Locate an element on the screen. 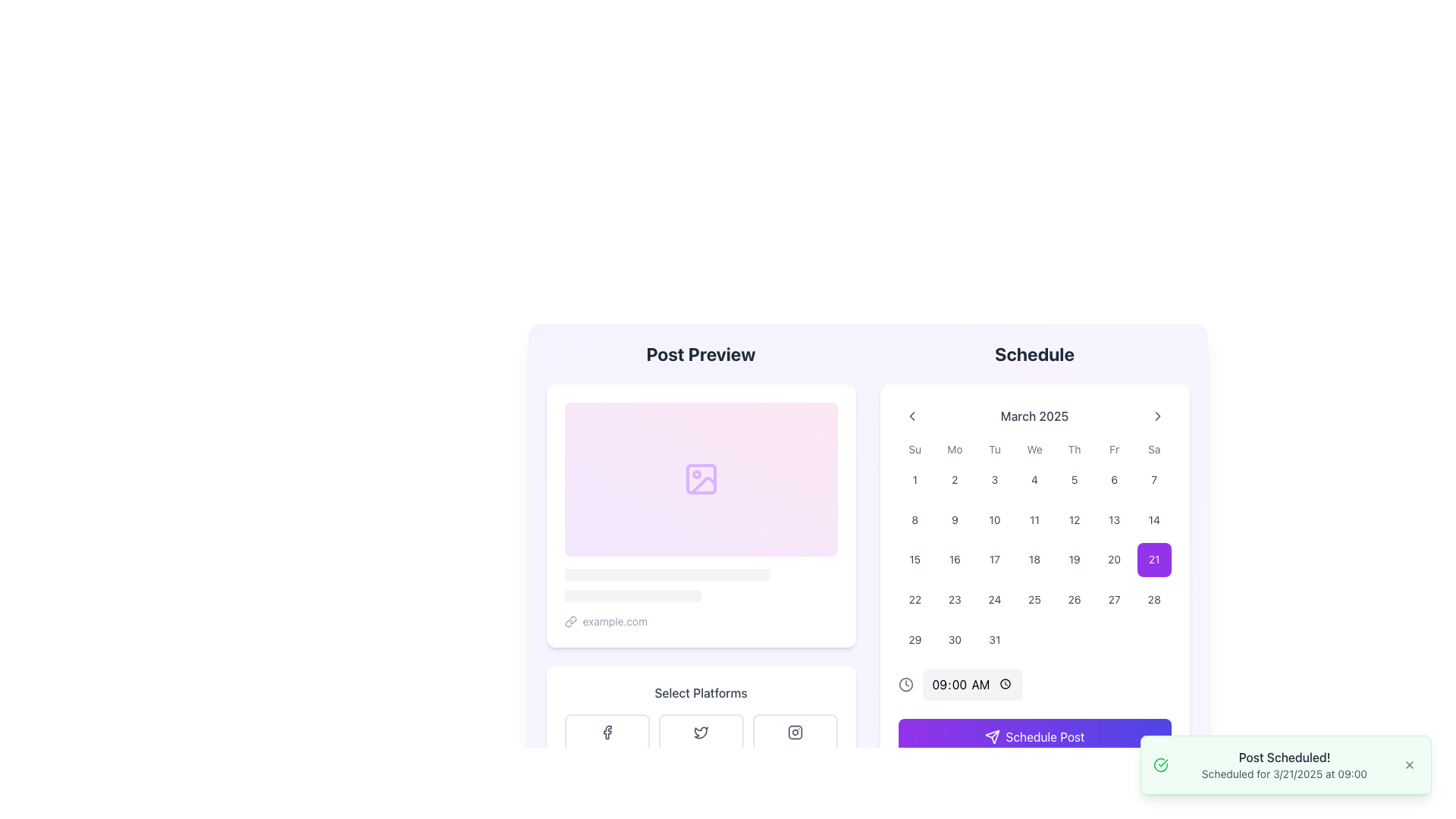 The image size is (1456, 819). the Instagram icon button, which is a small square with rounded edges and a camera-like graphic, located in the 'Select Platforms' section beneath the 'Post Preview' is located at coordinates (794, 731).